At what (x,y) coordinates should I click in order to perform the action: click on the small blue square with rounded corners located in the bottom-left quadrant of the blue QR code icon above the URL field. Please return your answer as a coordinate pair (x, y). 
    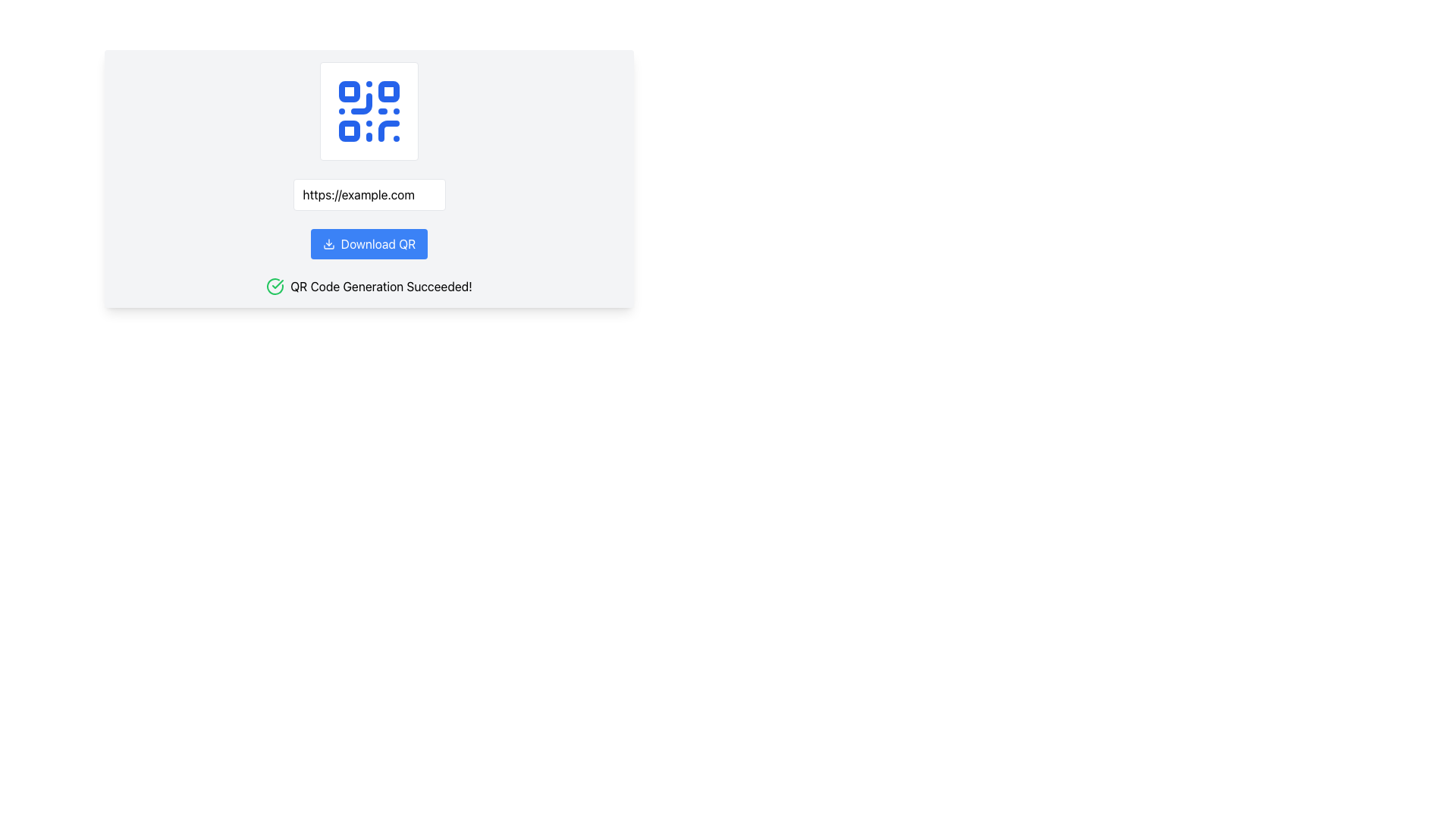
    Looking at the image, I should click on (348, 130).